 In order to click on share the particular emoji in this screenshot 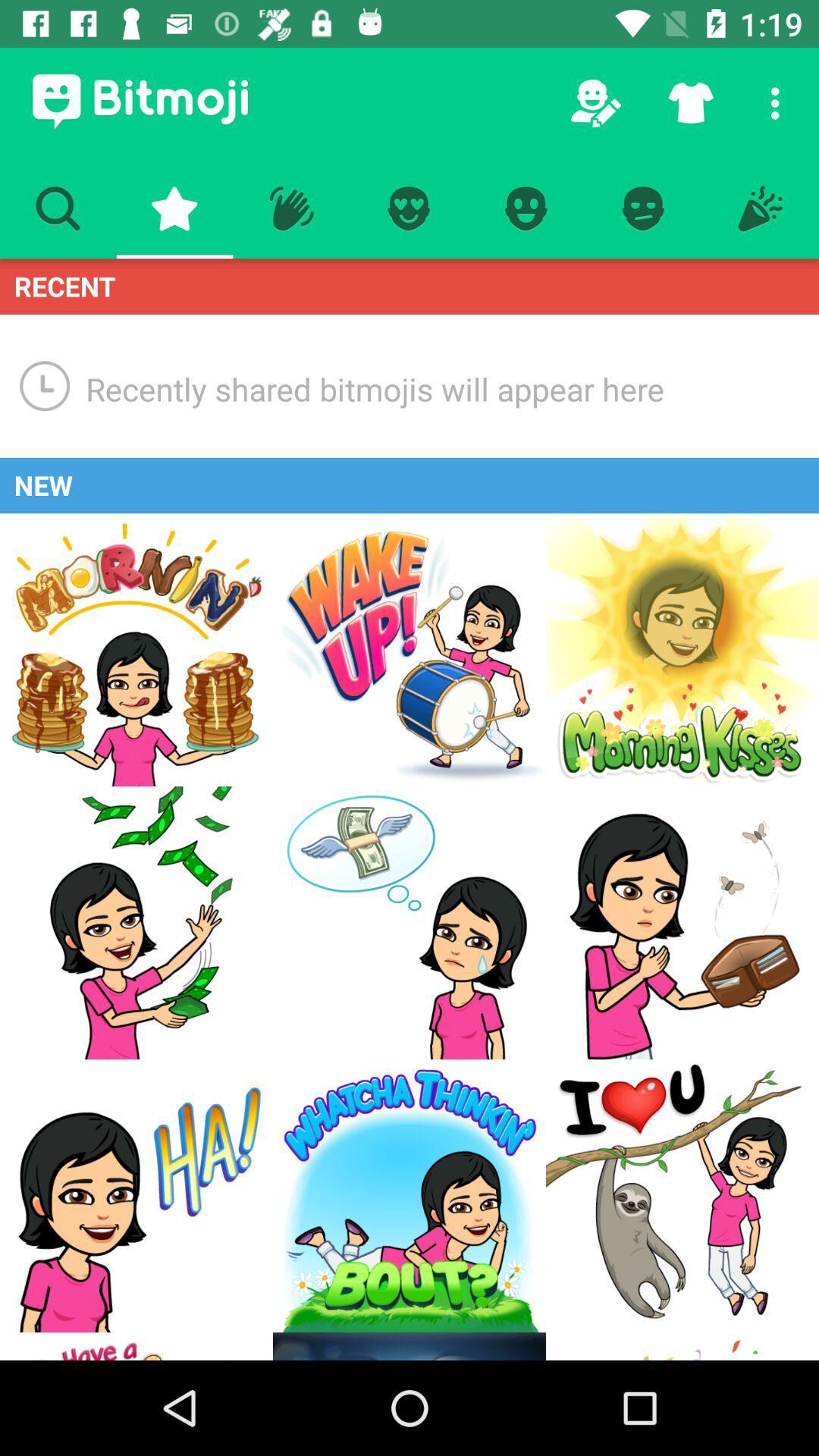, I will do `click(136, 922)`.